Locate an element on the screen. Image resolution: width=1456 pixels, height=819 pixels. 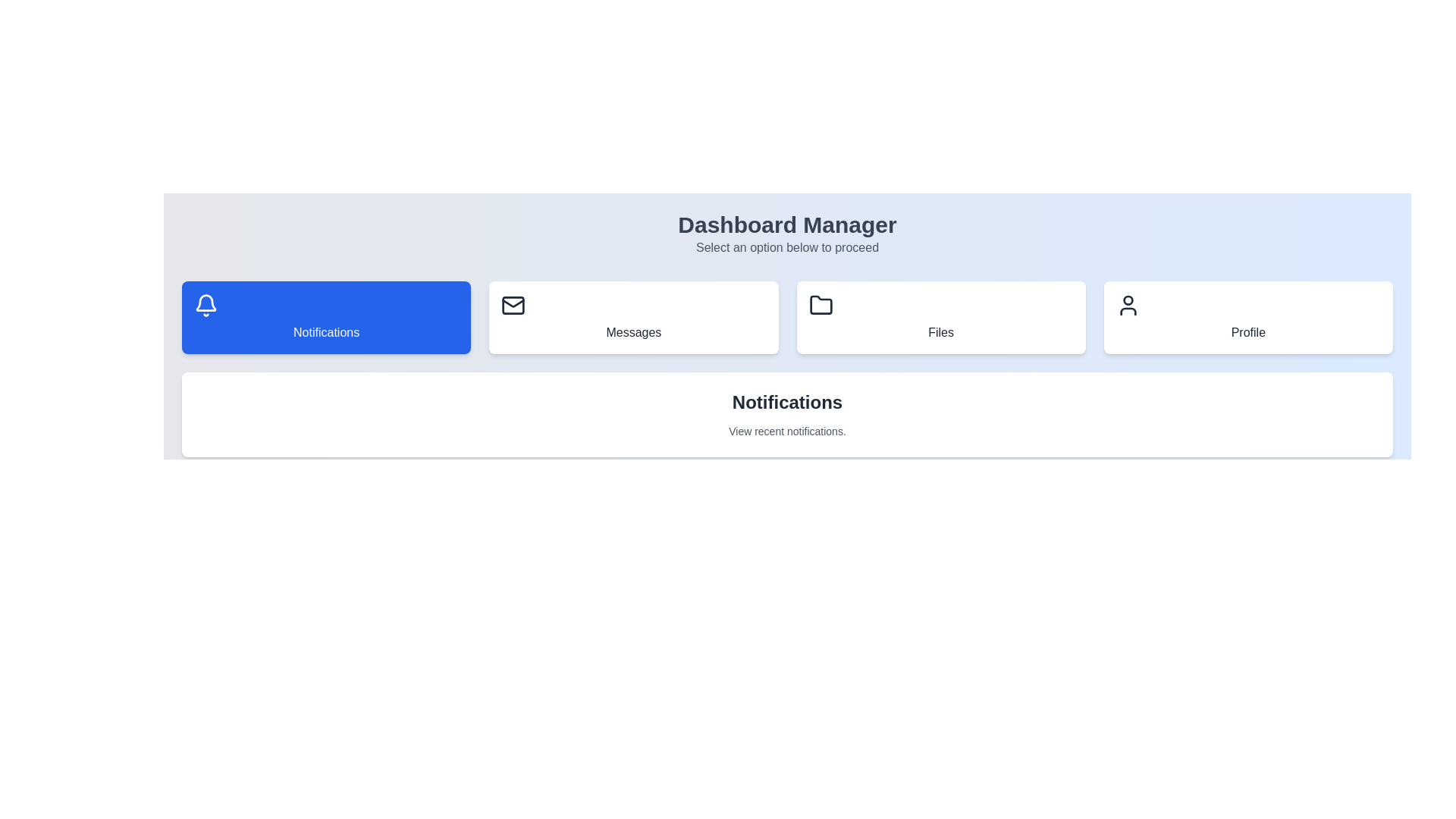
the 'Messages' card that contains the mail icon, which is the leftmost element in the horizontal grid is located at coordinates (513, 305).